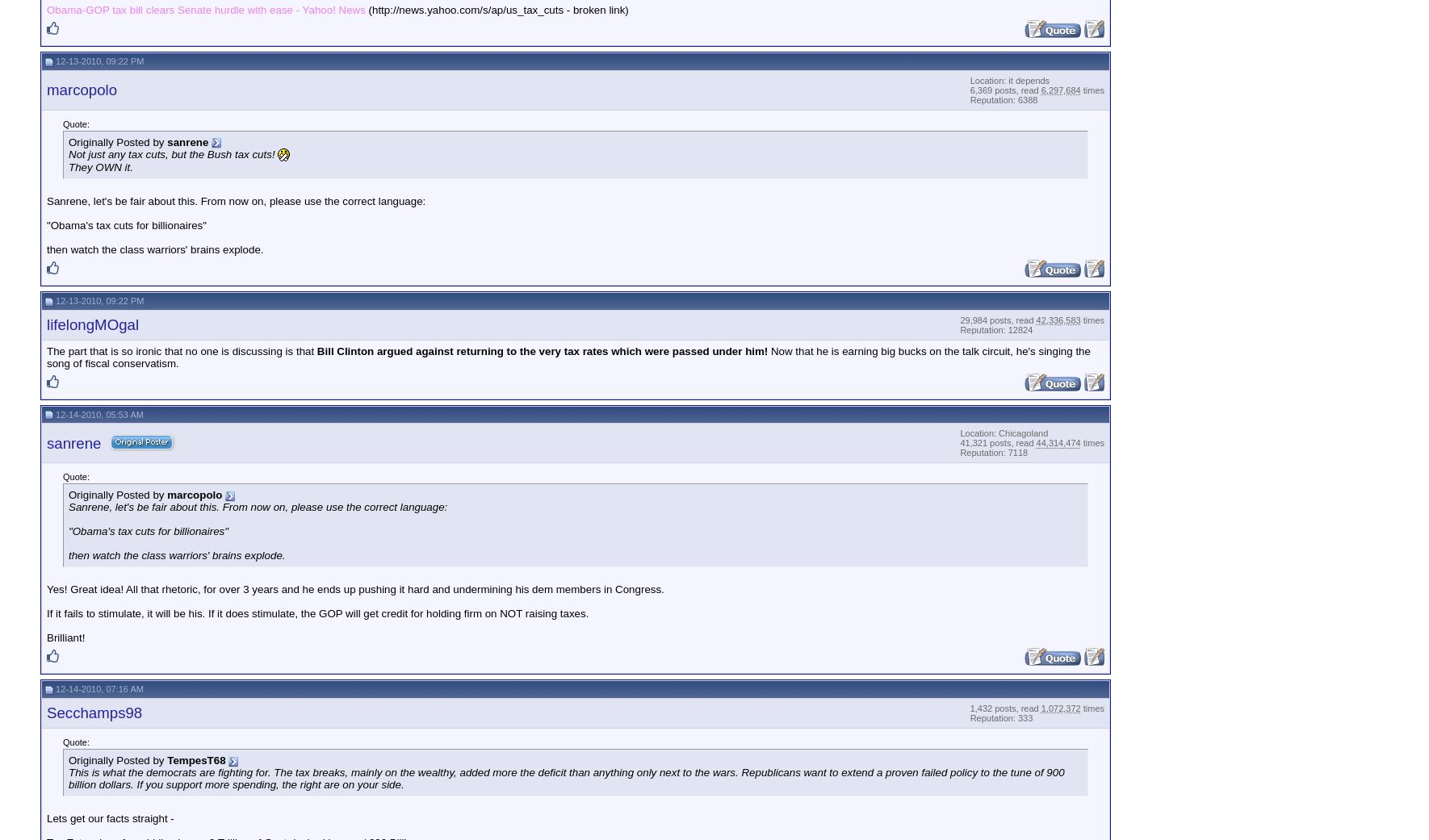 Image resolution: width=1429 pixels, height=840 pixels. Describe the element at coordinates (99, 167) in the screenshot. I see `'They OWN it.'` at that location.